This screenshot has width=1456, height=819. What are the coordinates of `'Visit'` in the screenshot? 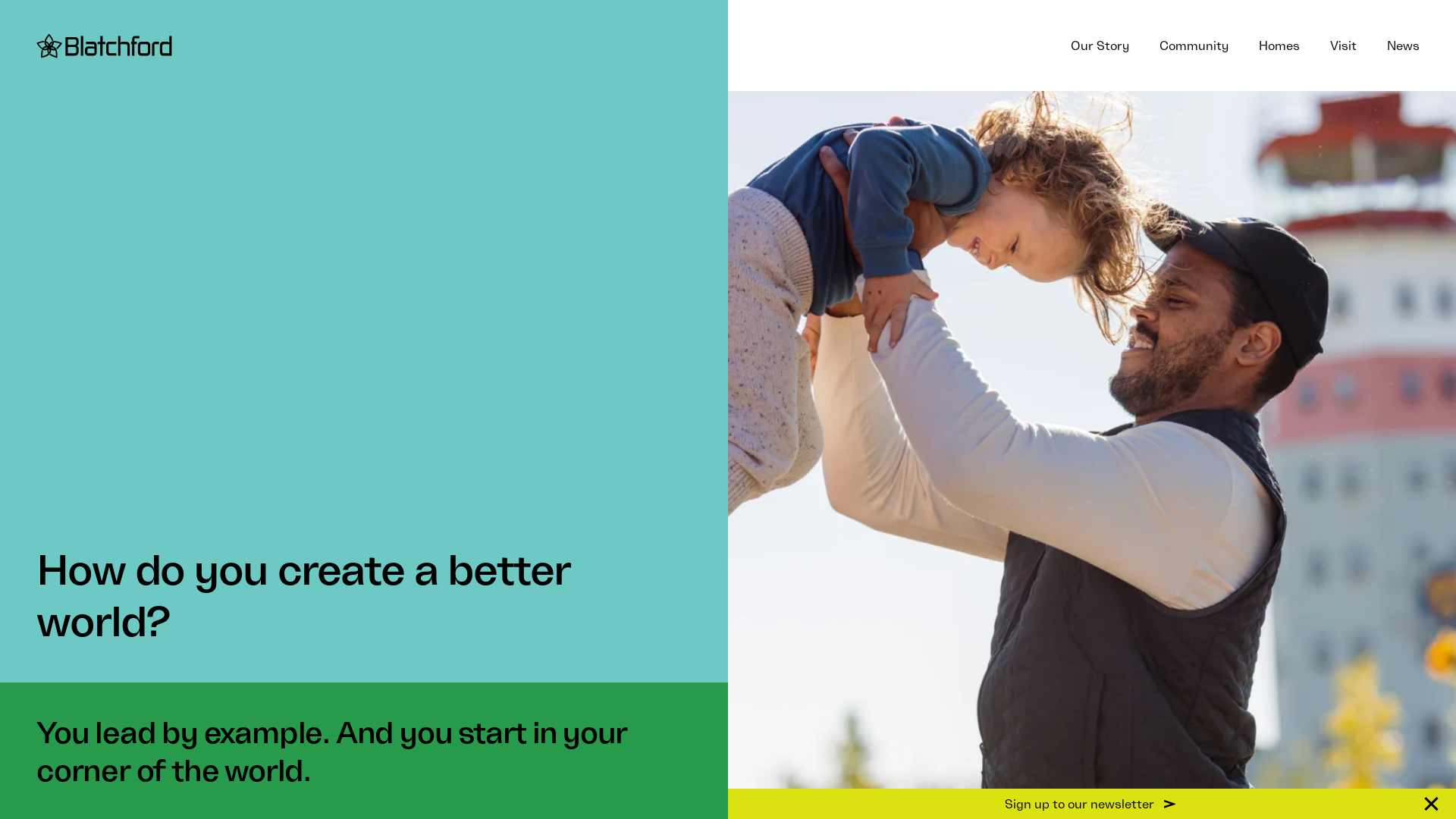 It's located at (1313, 45).